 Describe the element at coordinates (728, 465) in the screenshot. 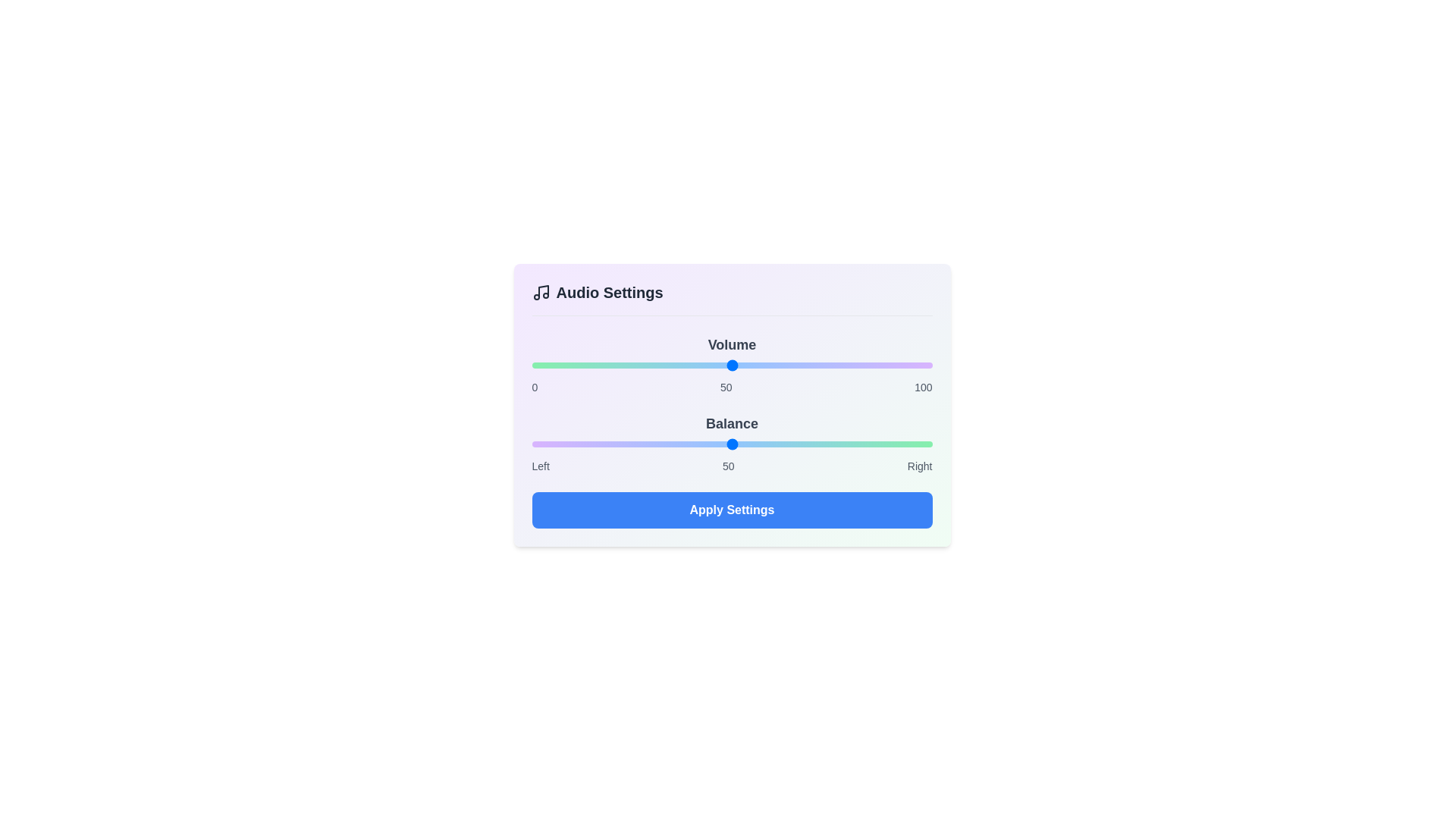

I see `numeric value displayed on the text label '50', which is centrally aligned under the 'Balance' label in the audio settings interface` at that location.